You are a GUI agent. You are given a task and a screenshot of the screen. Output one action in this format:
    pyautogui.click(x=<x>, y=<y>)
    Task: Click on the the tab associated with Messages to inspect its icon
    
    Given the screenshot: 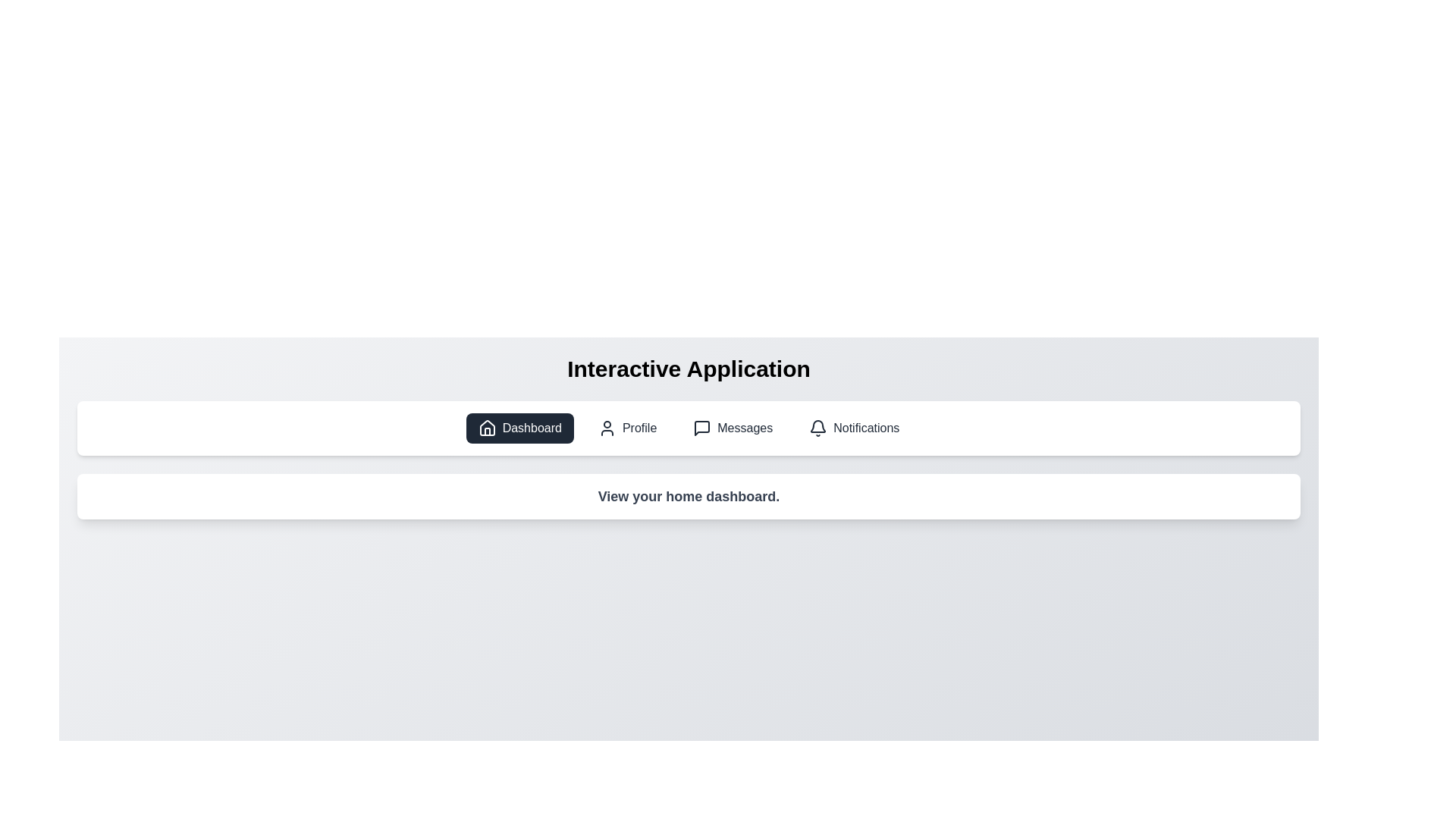 What is the action you would take?
    pyautogui.click(x=733, y=428)
    